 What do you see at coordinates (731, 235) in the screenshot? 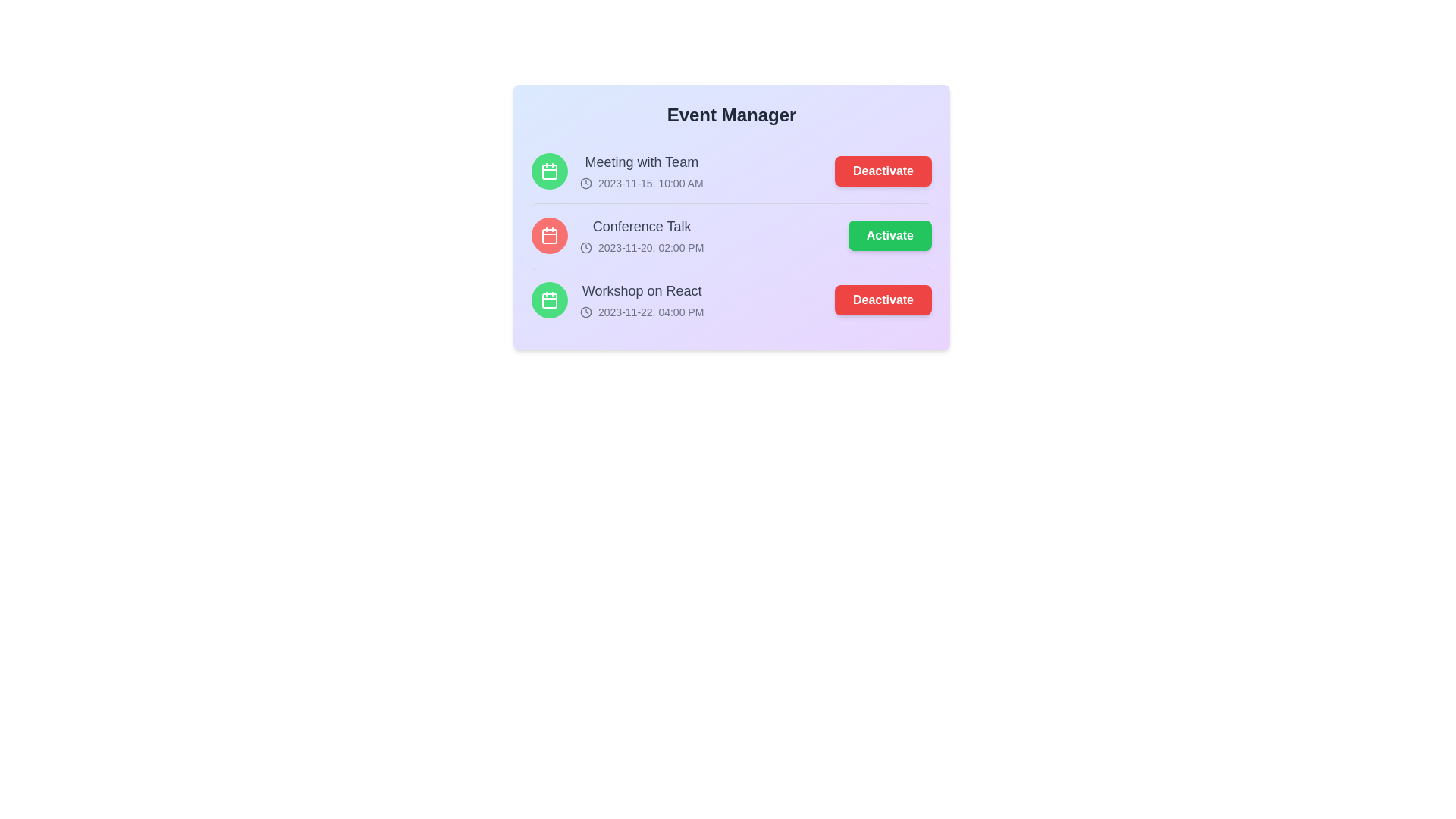
I see `the list item corresponding to Conference Talk` at bounding box center [731, 235].